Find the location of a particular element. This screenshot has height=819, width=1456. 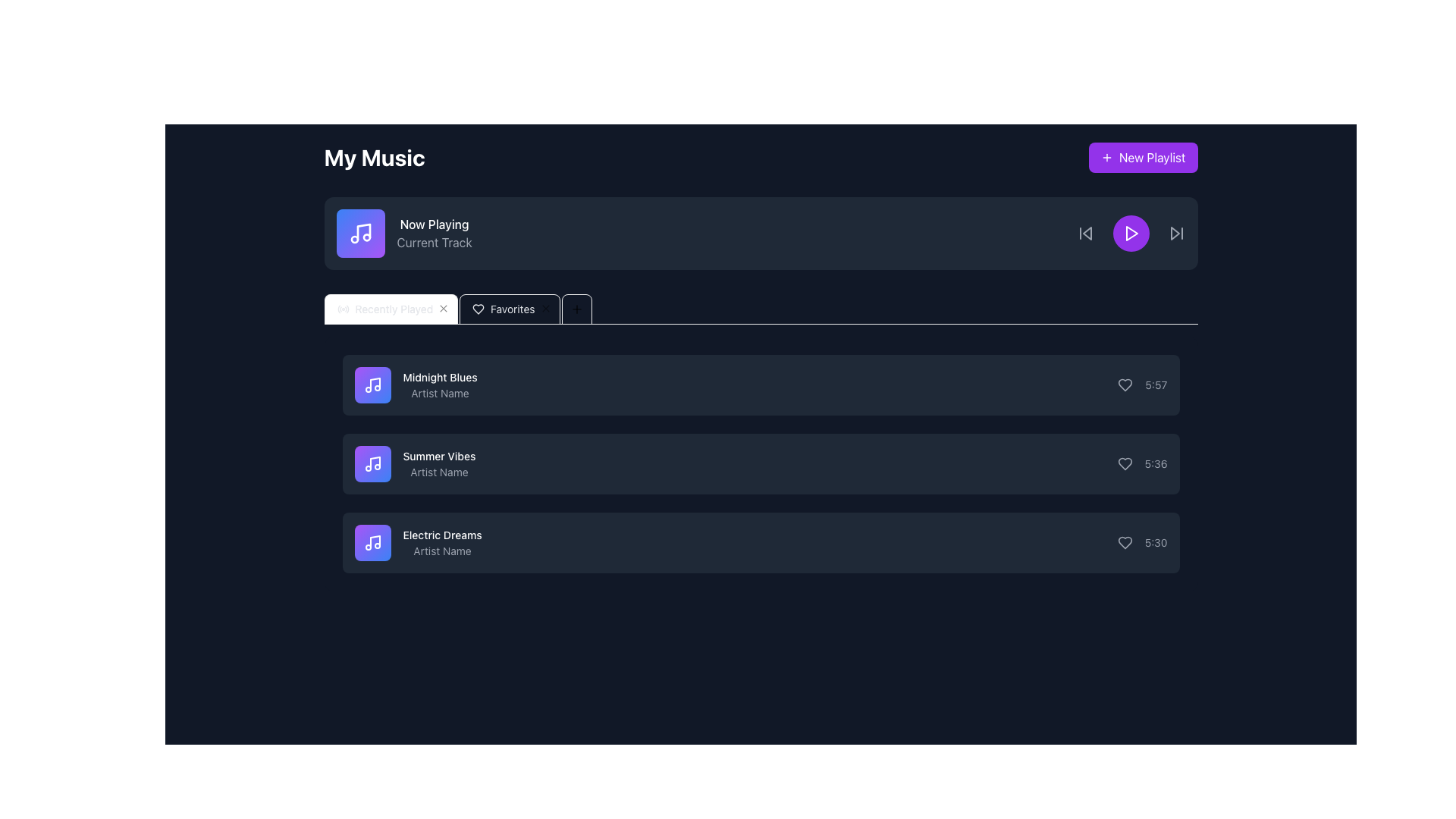

text label displaying the duration or timestamp of the song 'Summer Vibes', located to the right of the heart-shaped icon is located at coordinates (1155, 463).